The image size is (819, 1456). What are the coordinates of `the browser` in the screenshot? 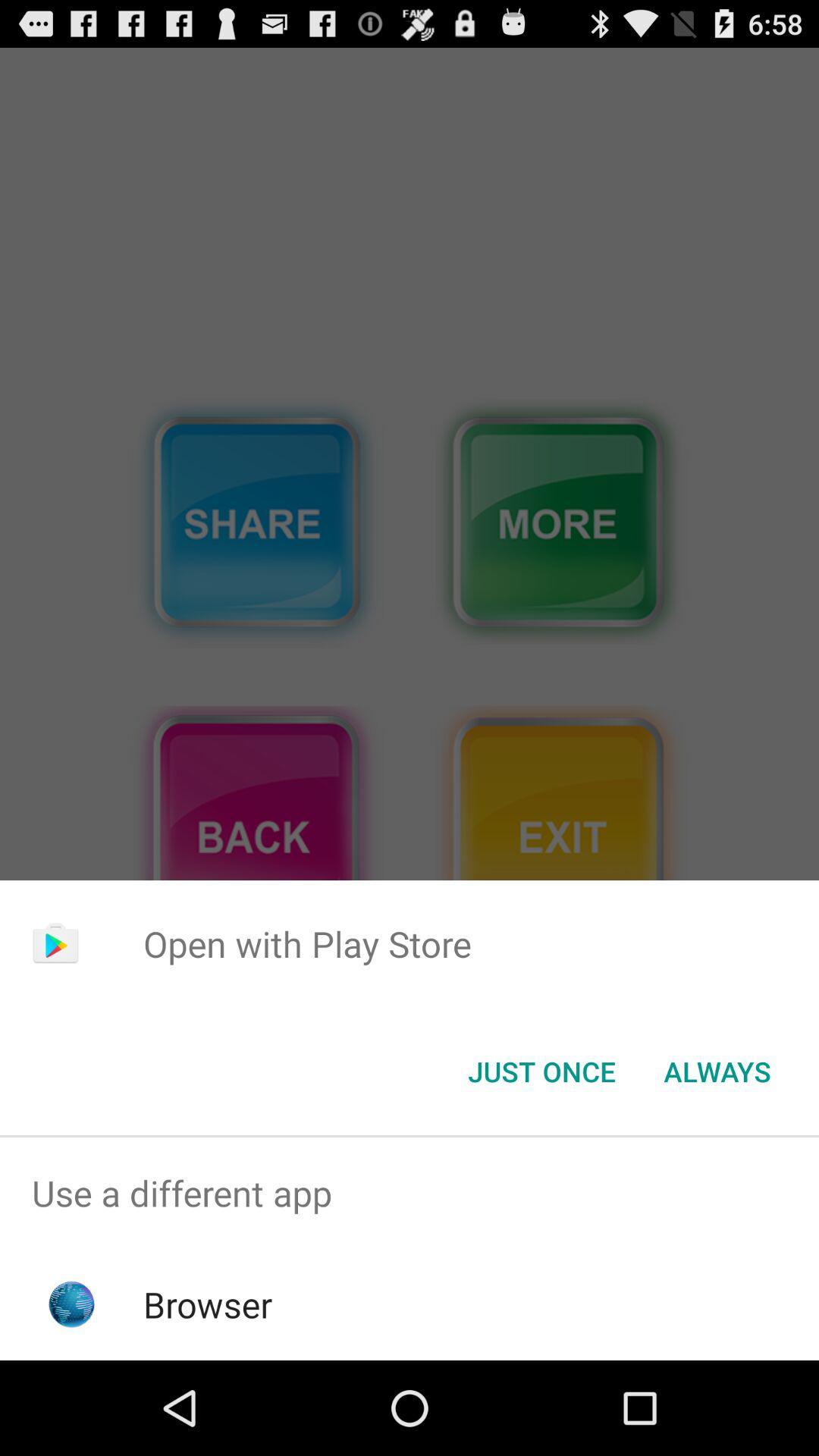 It's located at (208, 1304).